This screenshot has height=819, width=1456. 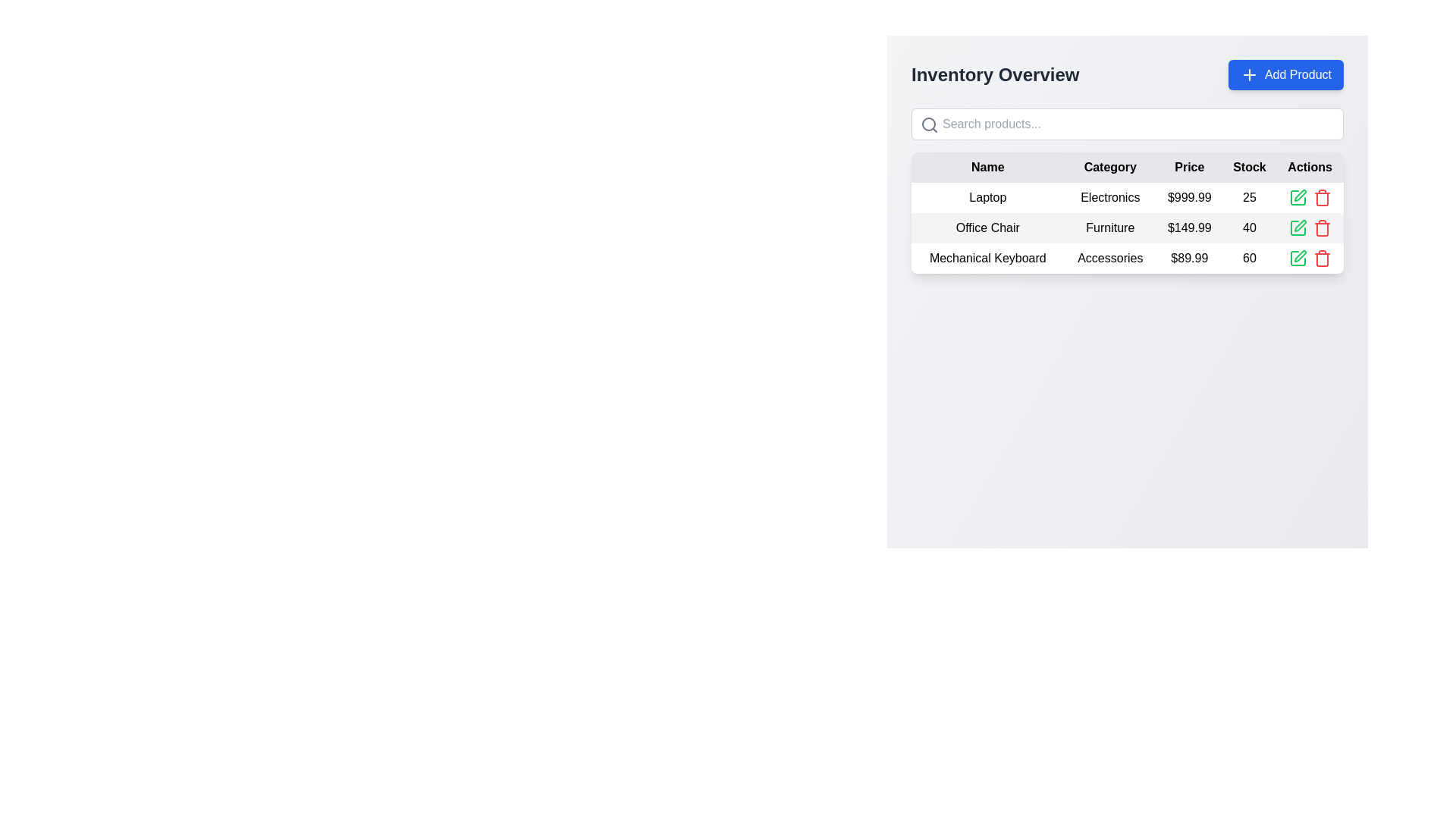 I want to click on the magnifying glass icon indicating the search functionality located inside the search bar, aligned to the left with a small margin from the edge, so click(x=928, y=124).